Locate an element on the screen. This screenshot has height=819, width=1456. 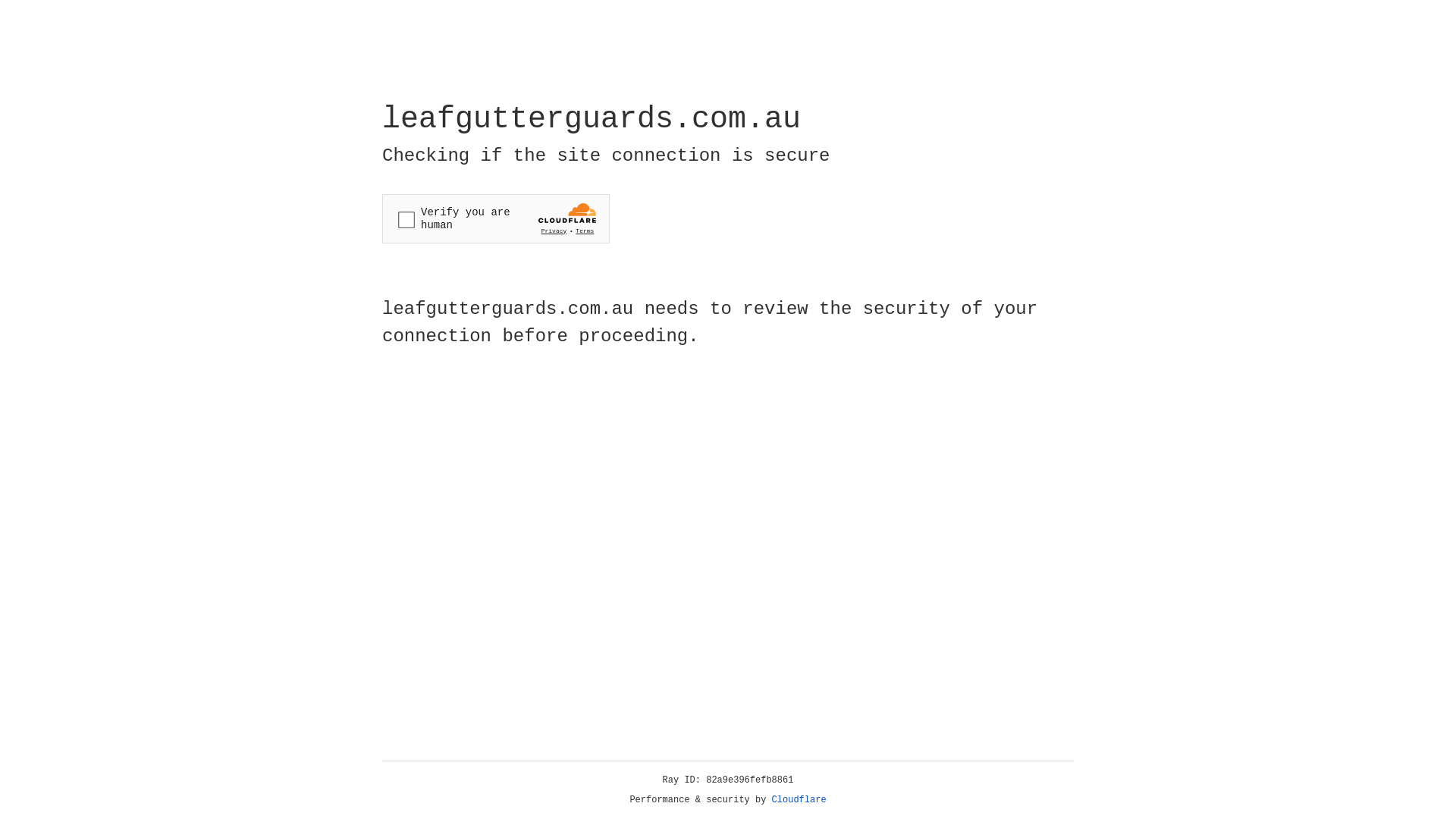
'Widget containing a Cloudflare security challenge' is located at coordinates (495, 218).